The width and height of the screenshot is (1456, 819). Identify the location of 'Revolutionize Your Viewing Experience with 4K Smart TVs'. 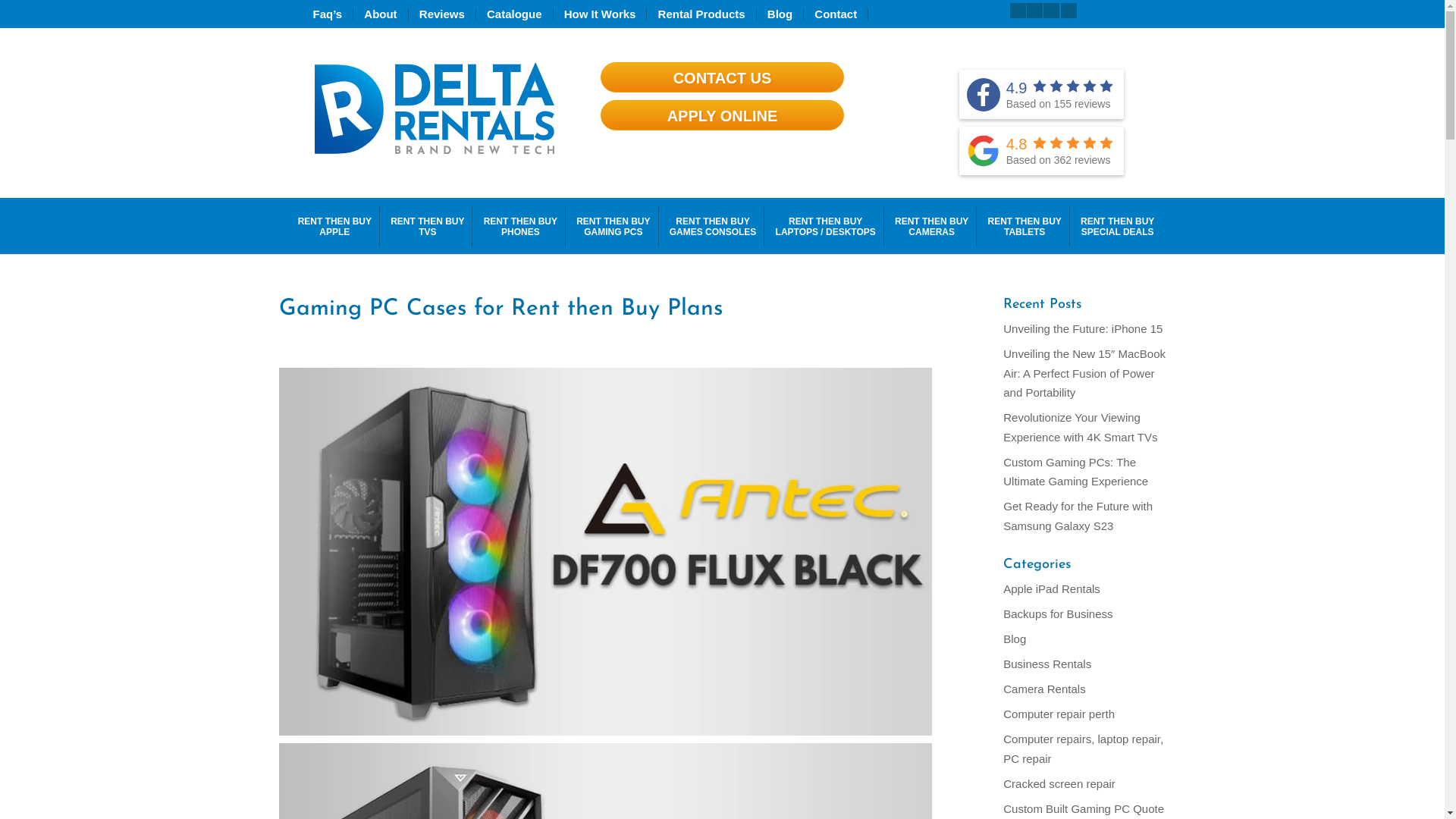
(1003, 427).